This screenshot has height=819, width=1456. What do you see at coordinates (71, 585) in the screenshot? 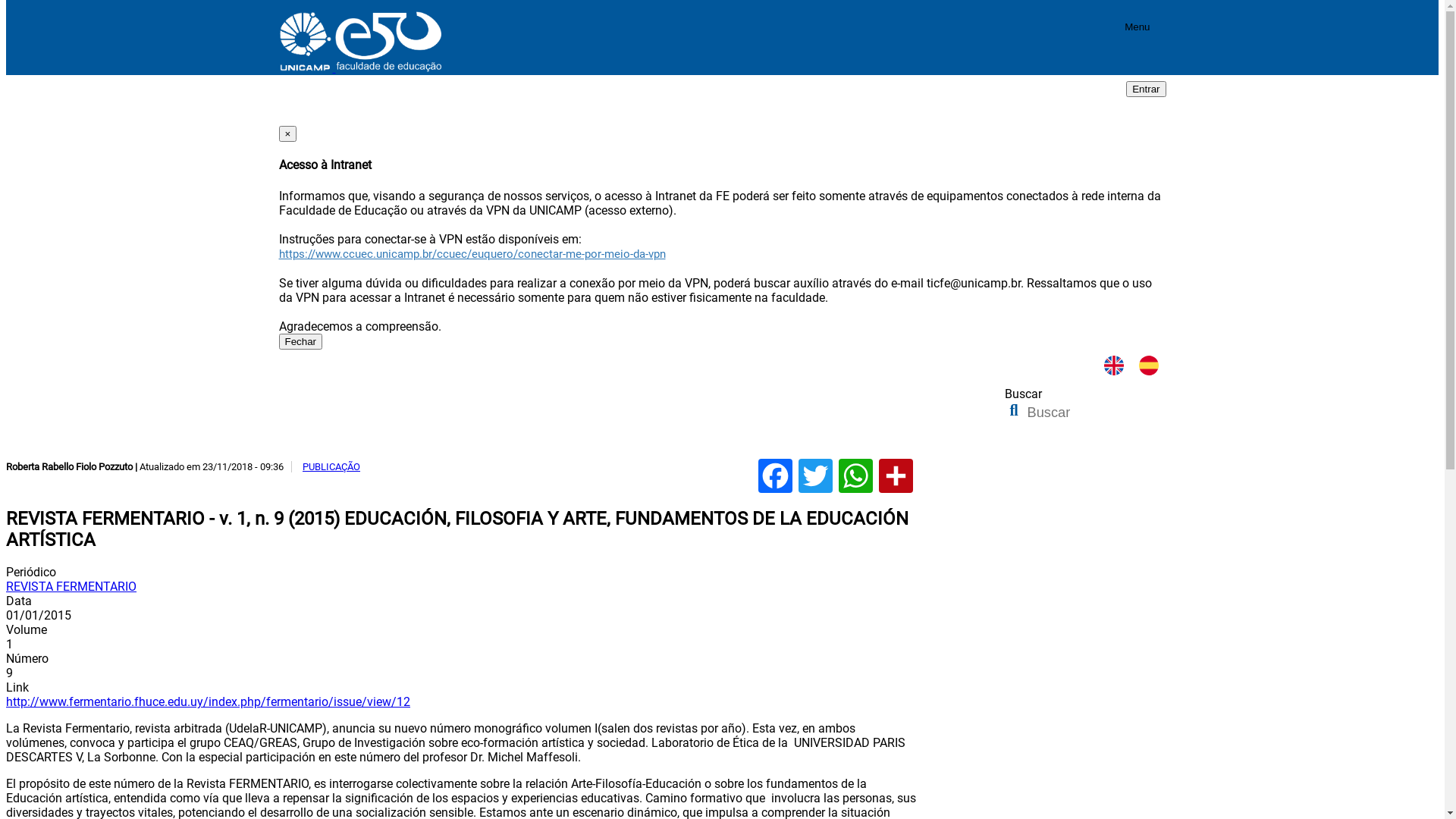
I see `'REVISTA FERMENTARIO'` at bounding box center [71, 585].